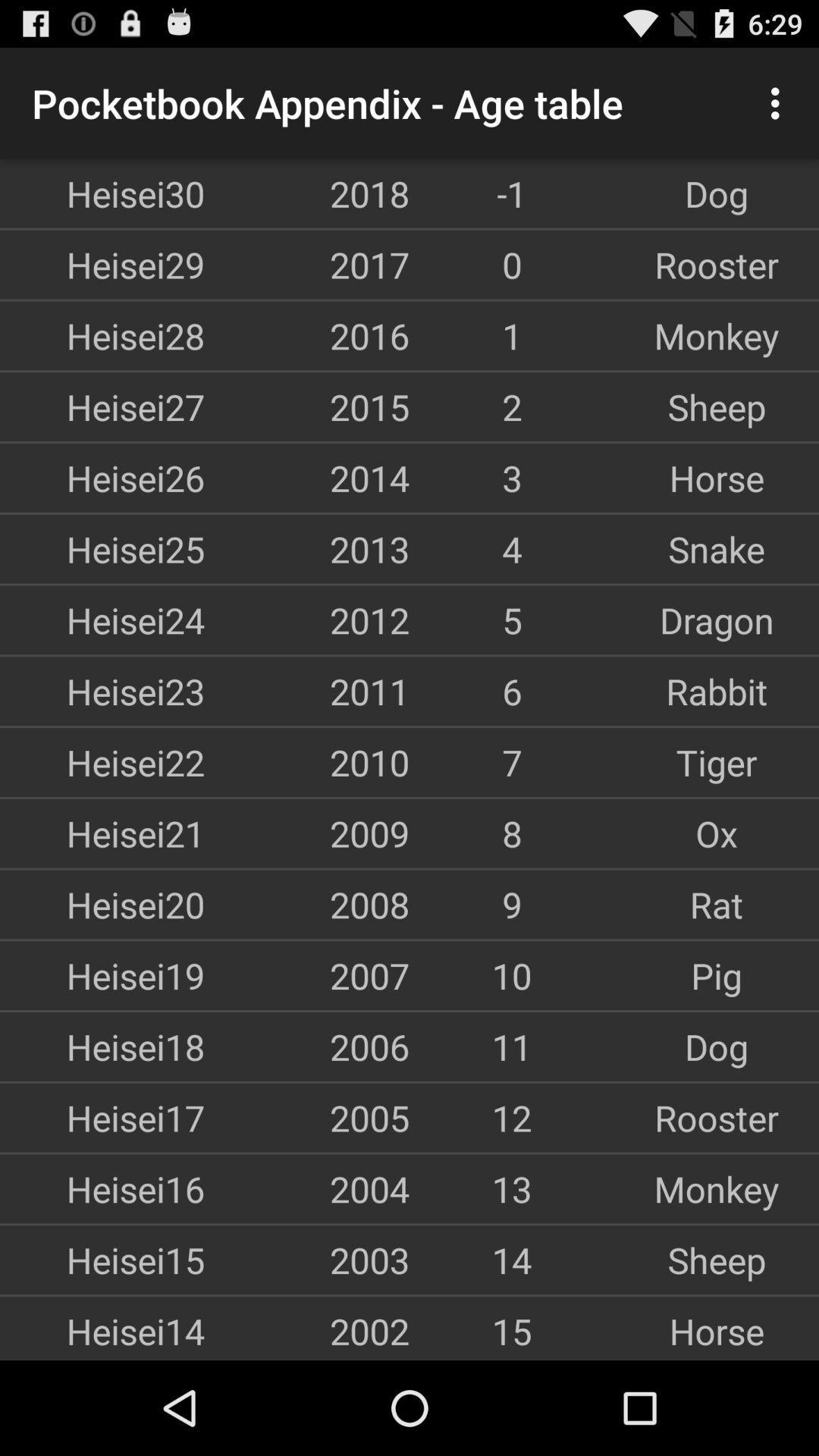  Describe the element at coordinates (717, 904) in the screenshot. I see `the item next to the 9 icon` at that location.